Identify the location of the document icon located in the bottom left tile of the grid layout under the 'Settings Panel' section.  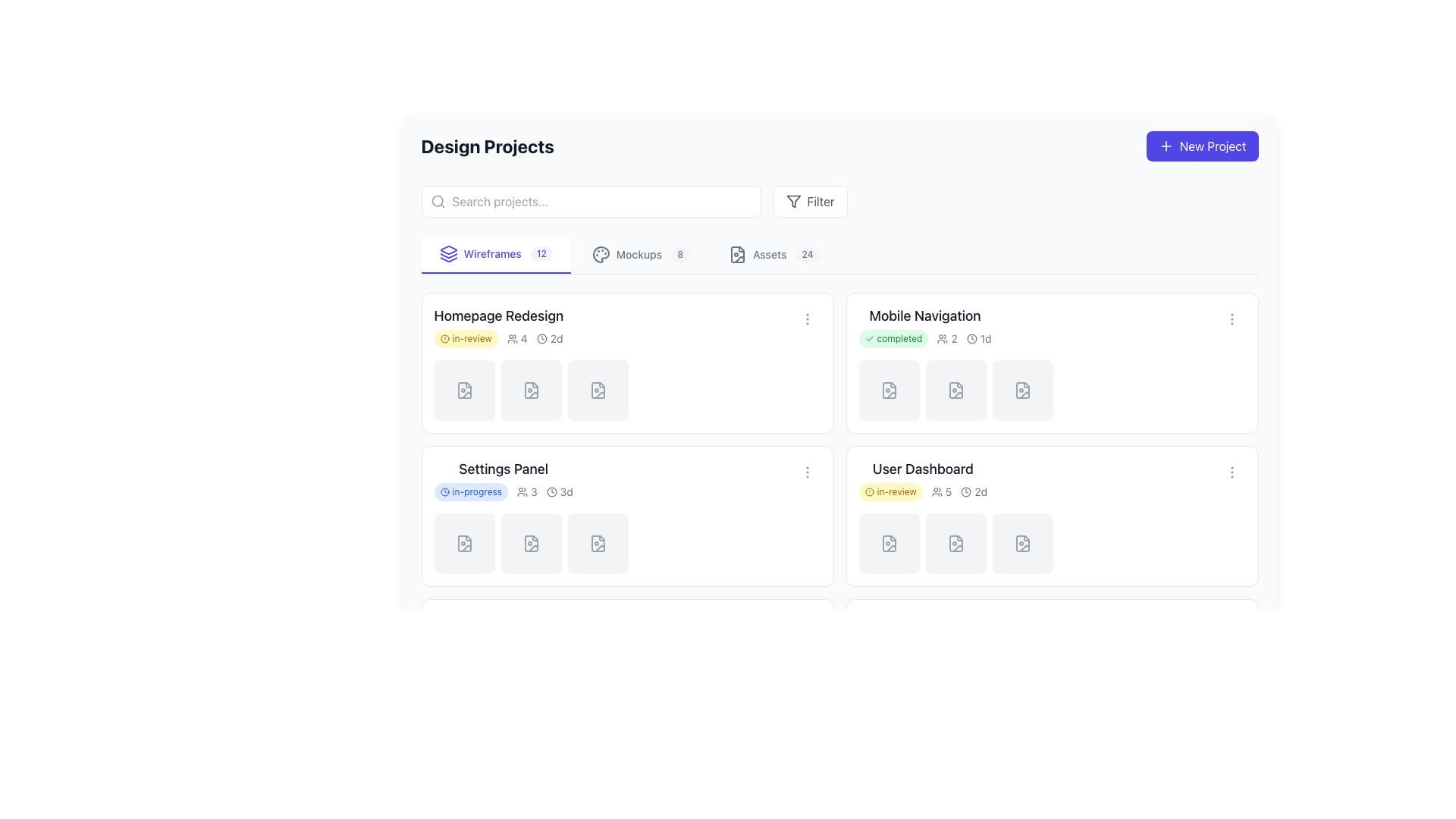
(597, 696).